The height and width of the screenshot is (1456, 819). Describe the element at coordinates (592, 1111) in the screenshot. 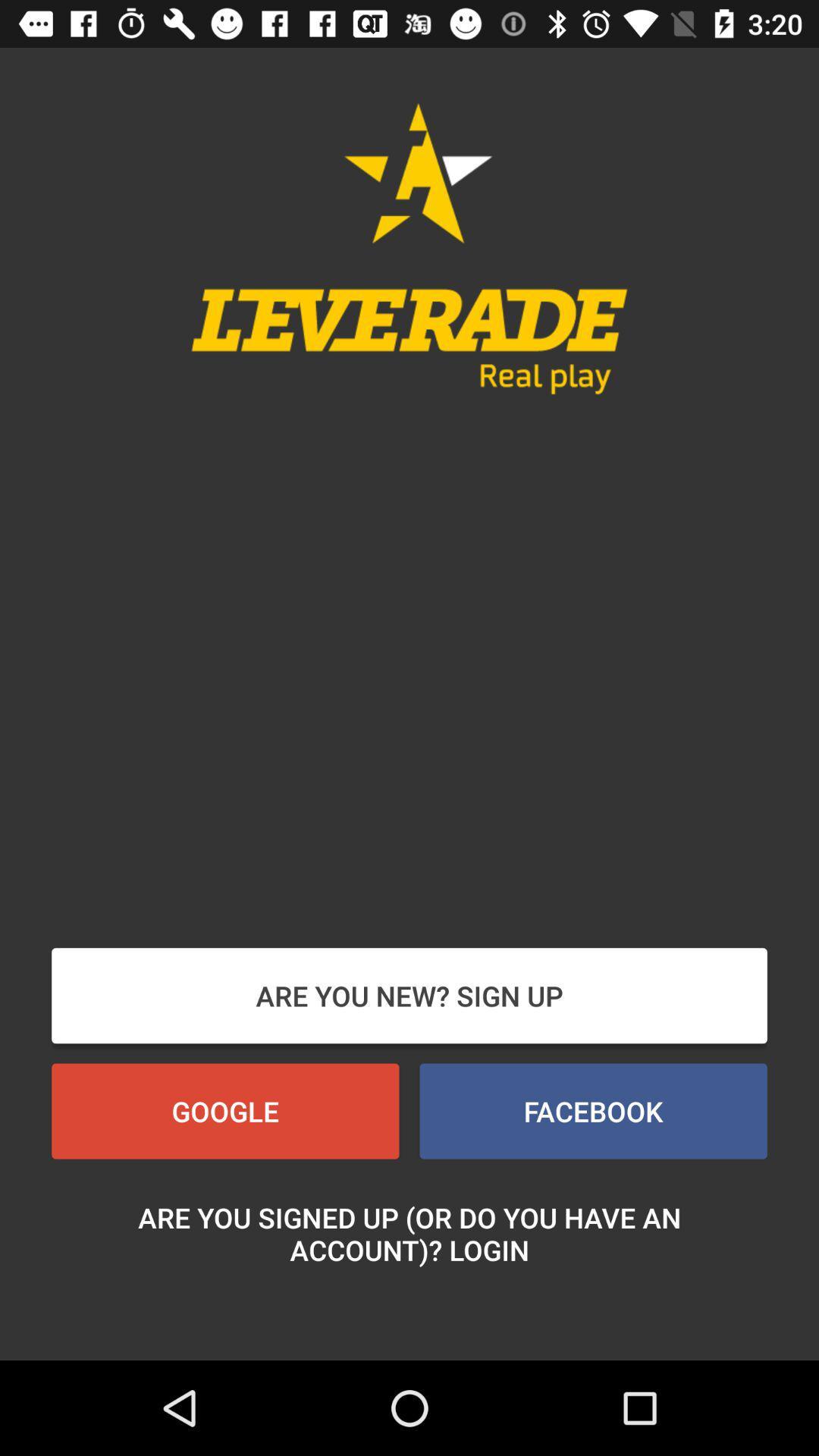

I see `the button below the are you new item` at that location.